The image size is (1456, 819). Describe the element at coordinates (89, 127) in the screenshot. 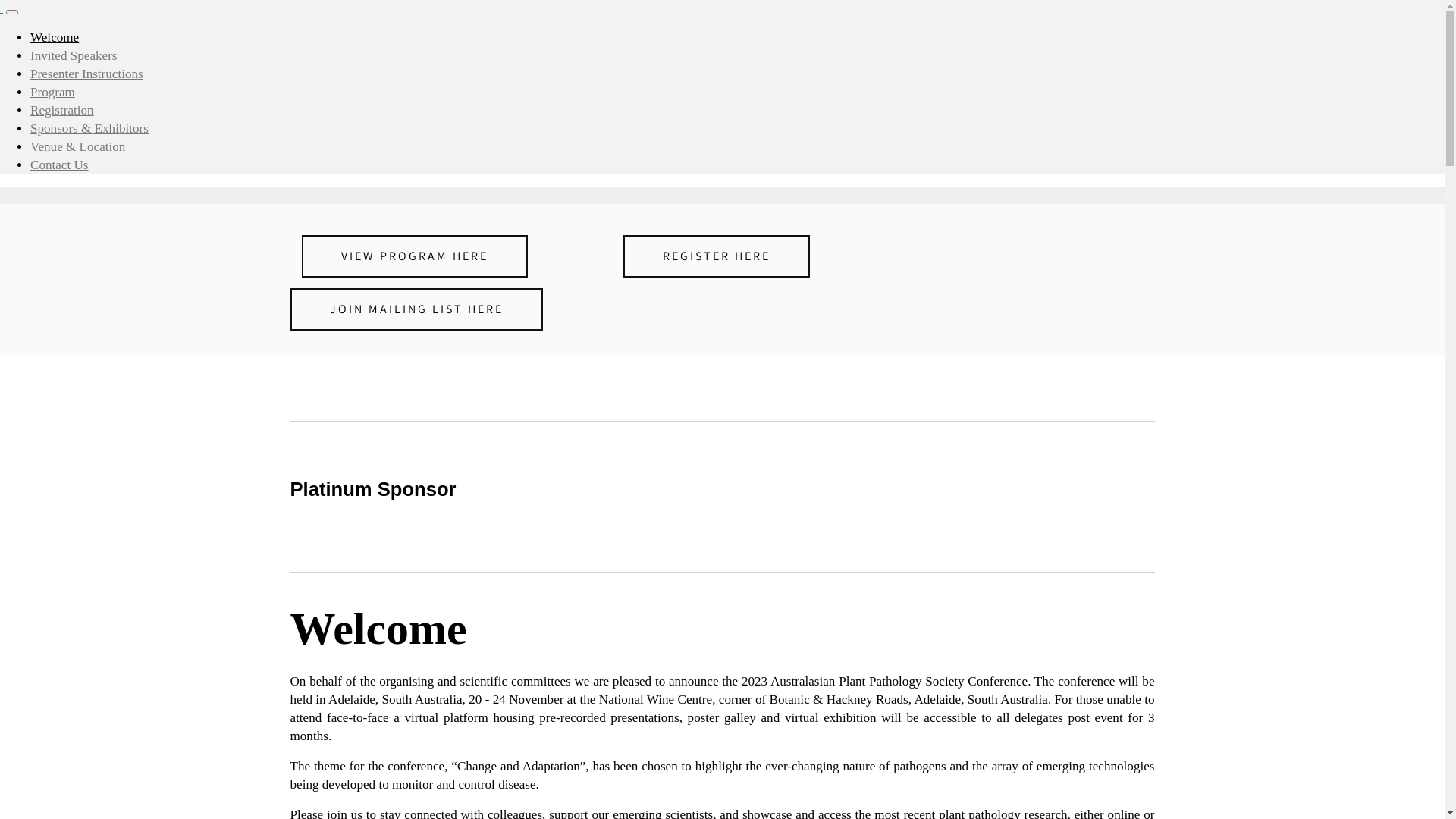

I see `'Sponsors & Exhibitors'` at that location.